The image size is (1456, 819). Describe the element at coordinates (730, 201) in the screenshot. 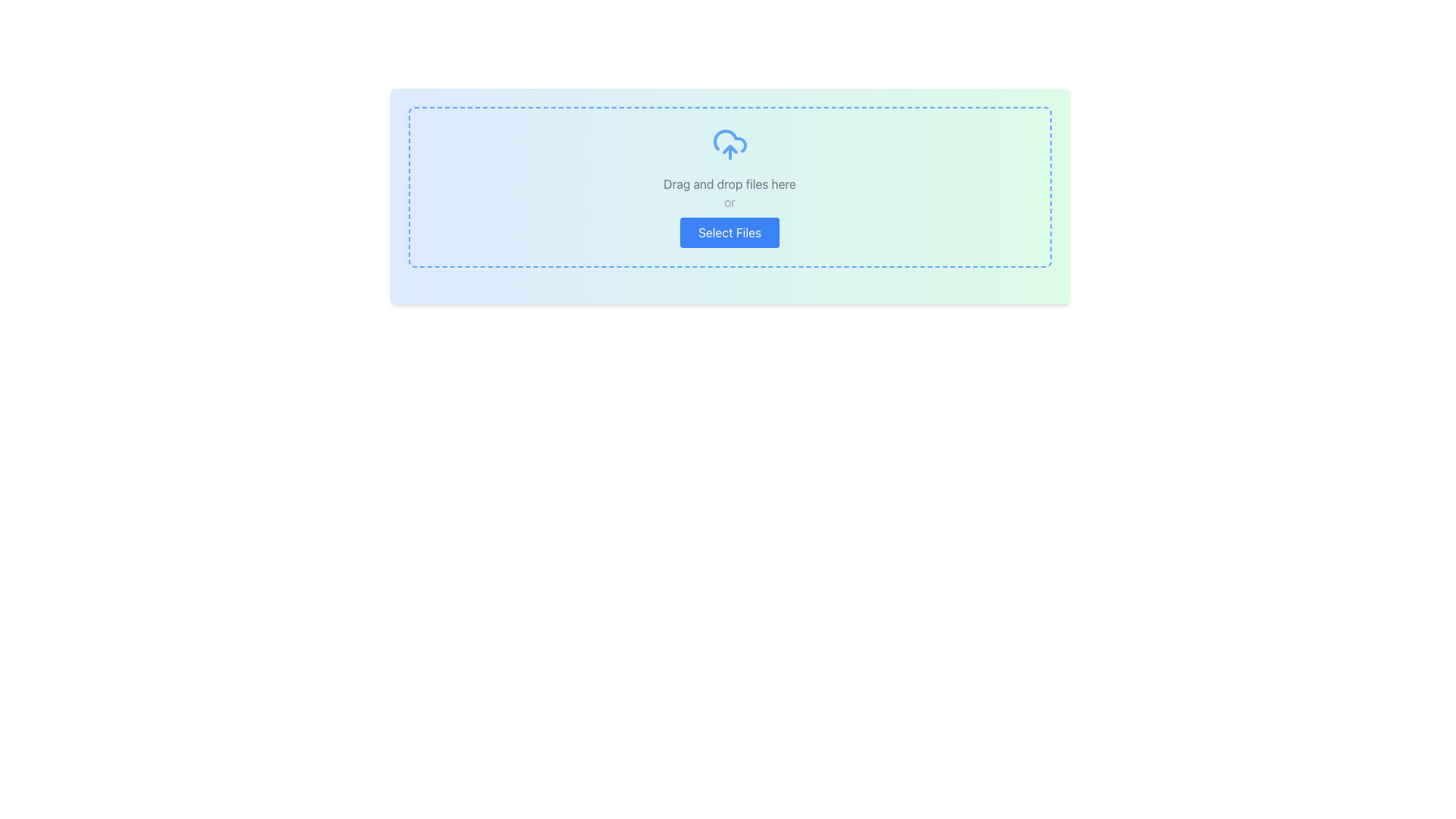

I see `the styled text label reading 'or' in gray color, situated between the 'Drag and drop files here' text and the 'Select Files' button` at that location.